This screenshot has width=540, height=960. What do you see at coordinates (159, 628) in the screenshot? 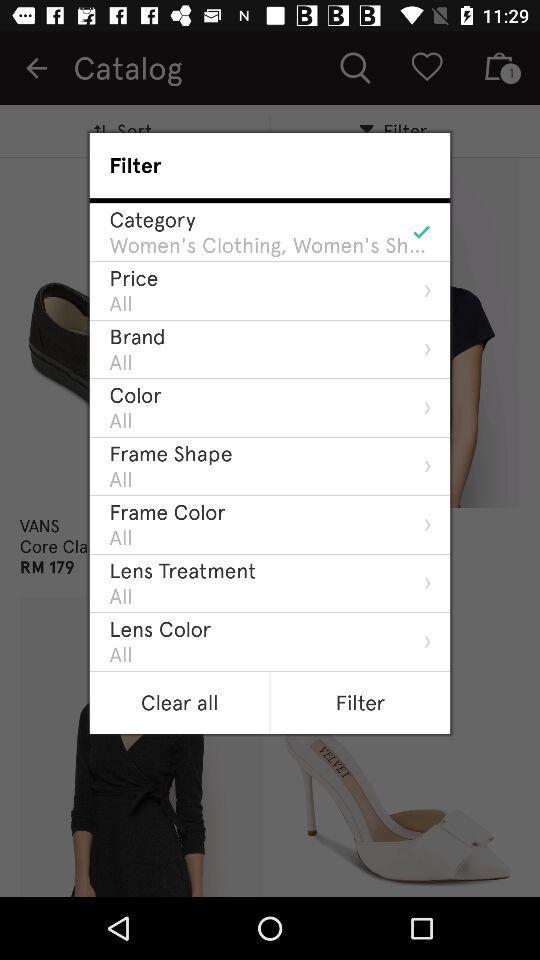
I see `the icon above the all` at bounding box center [159, 628].